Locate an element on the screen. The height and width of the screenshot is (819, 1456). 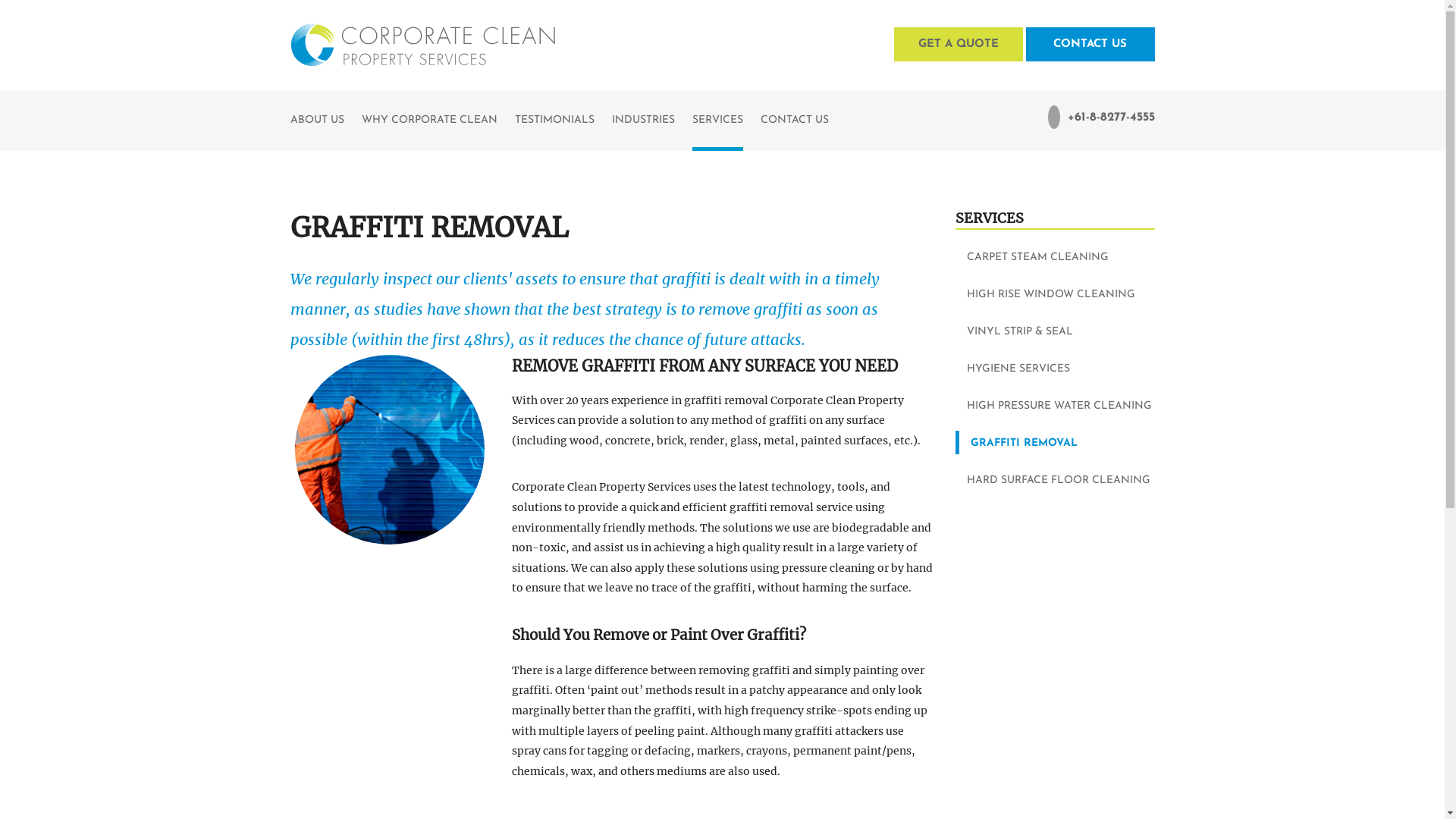
'HIGH RISE WINDOW CLEANING' is located at coordinates (954, 293).